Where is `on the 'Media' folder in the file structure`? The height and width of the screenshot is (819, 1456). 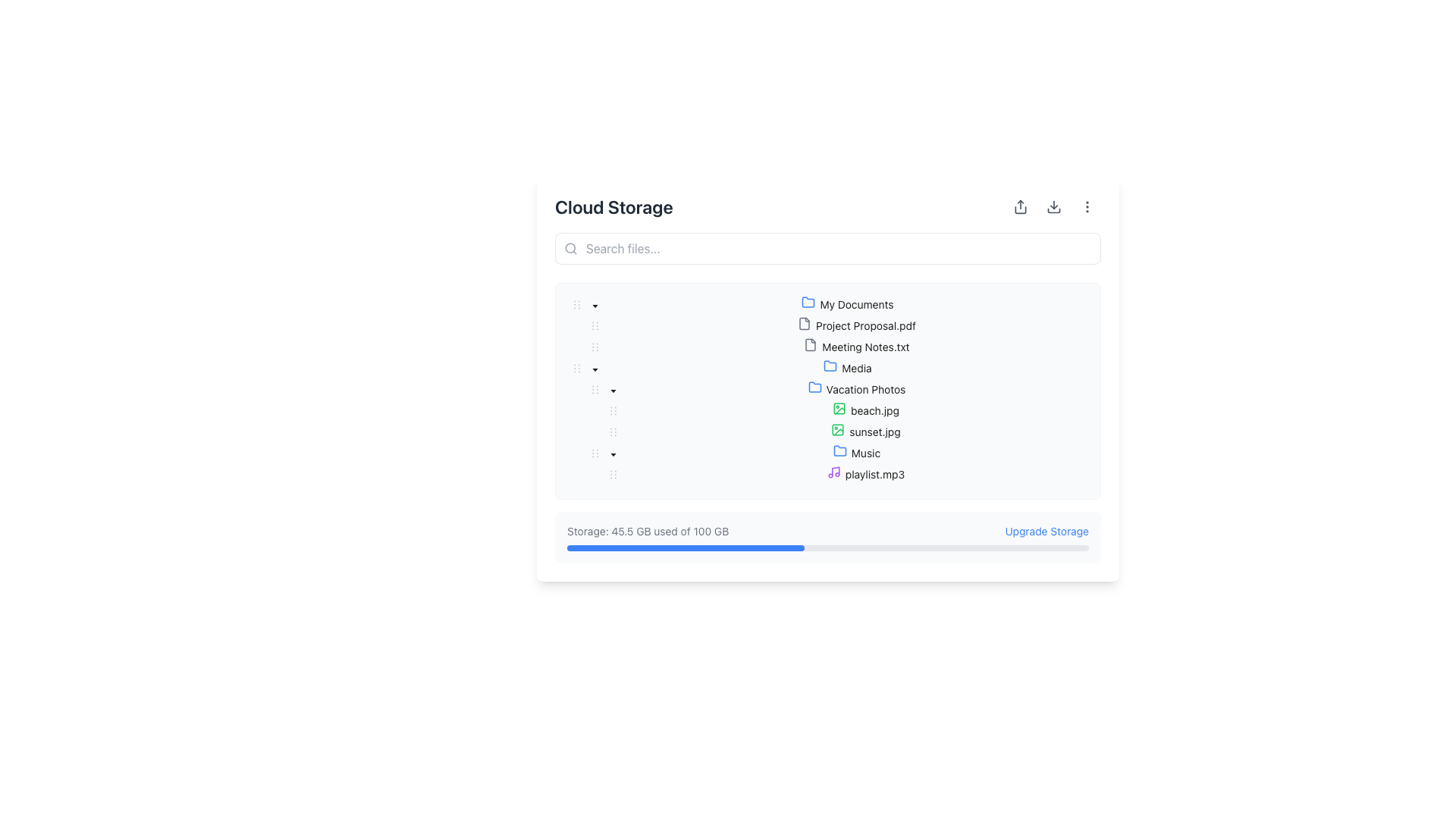 on the 'Media' folder in the file structure is located at coordinates (847, 369).